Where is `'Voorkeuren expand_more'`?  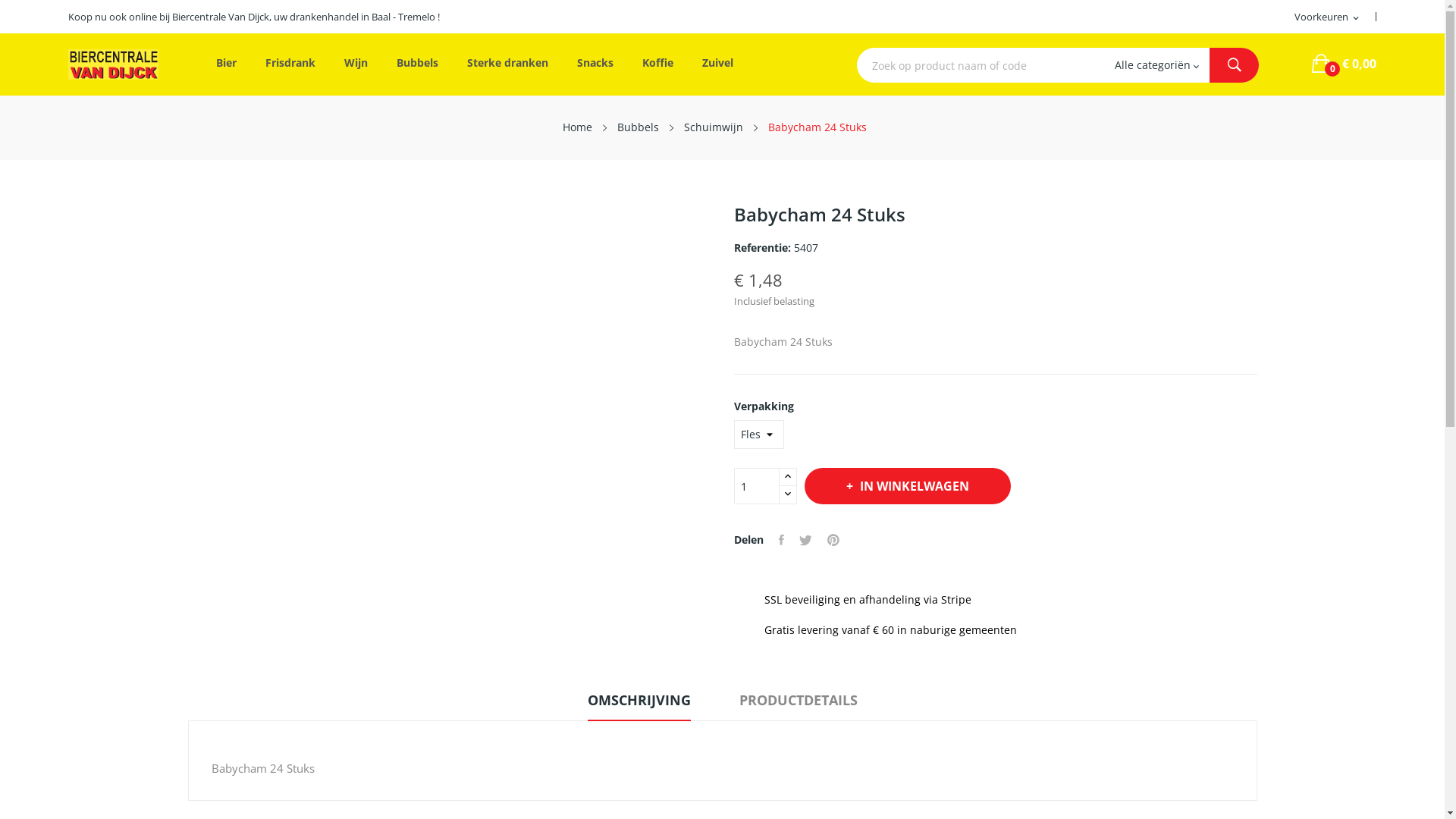 'Voorkeuren expand_more' is located at coordinates (1294, 17).